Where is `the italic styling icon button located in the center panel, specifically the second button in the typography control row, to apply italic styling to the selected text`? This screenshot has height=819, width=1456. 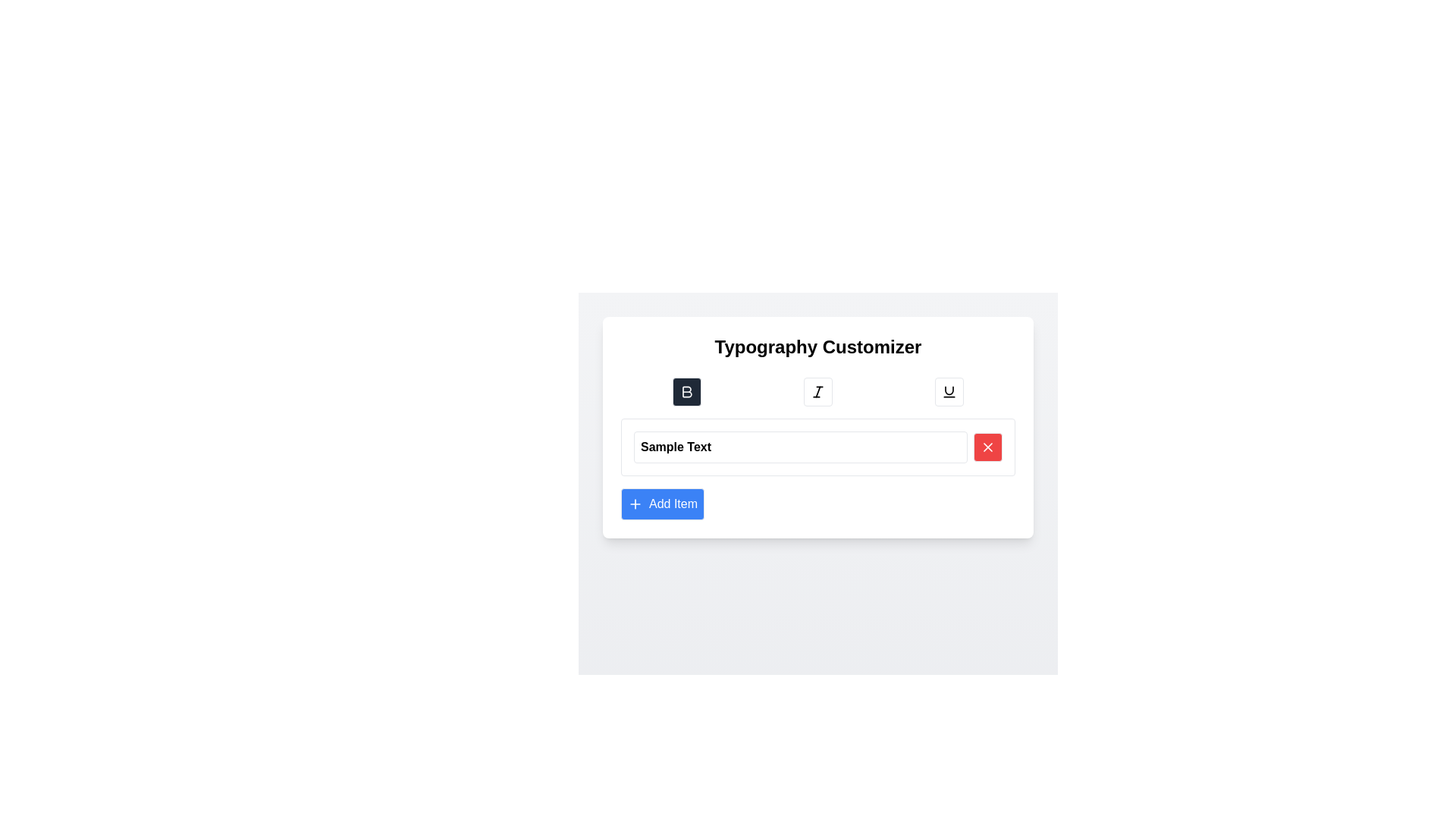 the italic styling icon button located in the center panel, specifically the second button in the typography control row, to apply italic styling to the selected text is located at coordinates (817, 391).